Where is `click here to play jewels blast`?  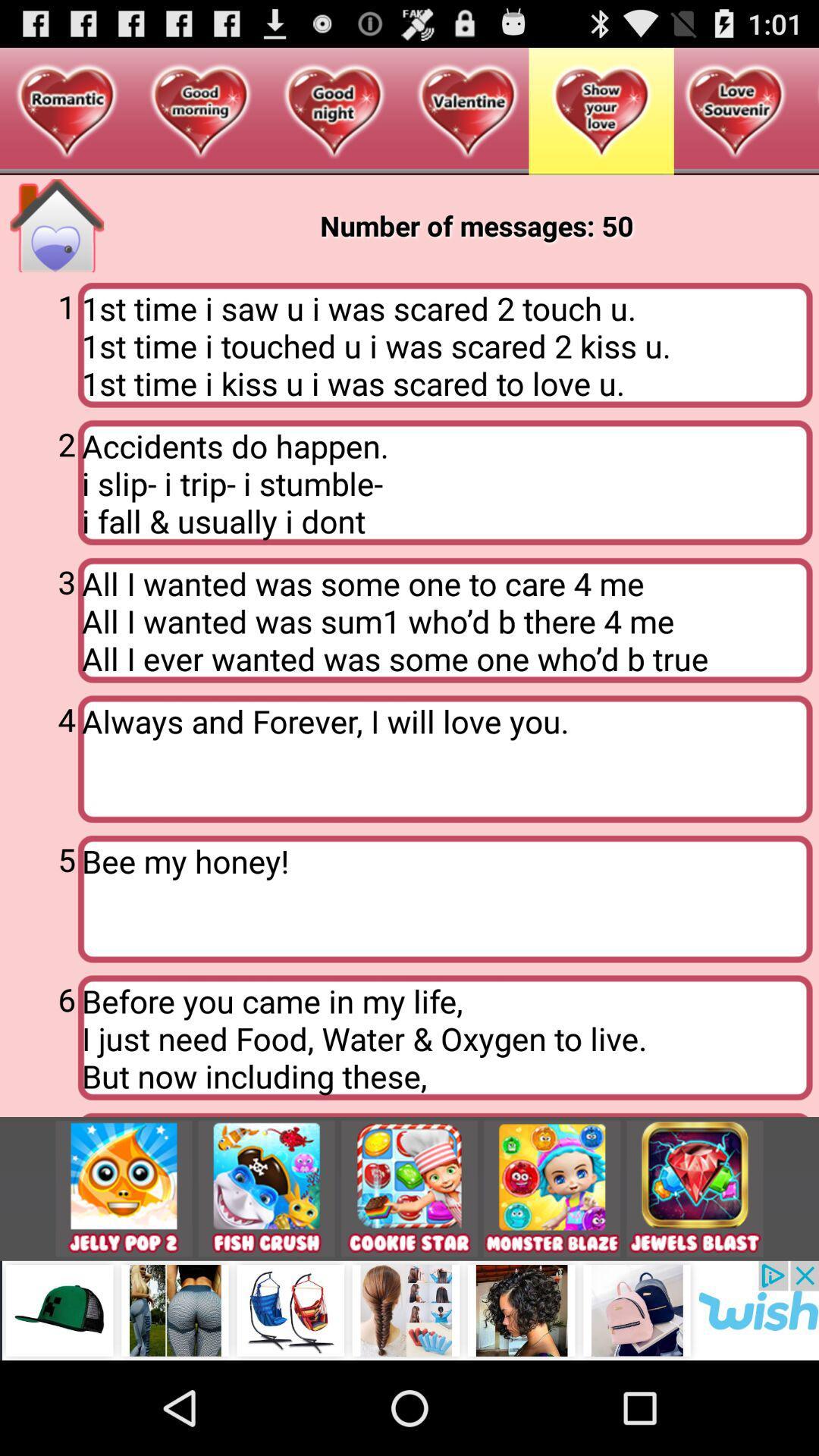
click here to play jewels blast is located at coordinates (695, 1188).